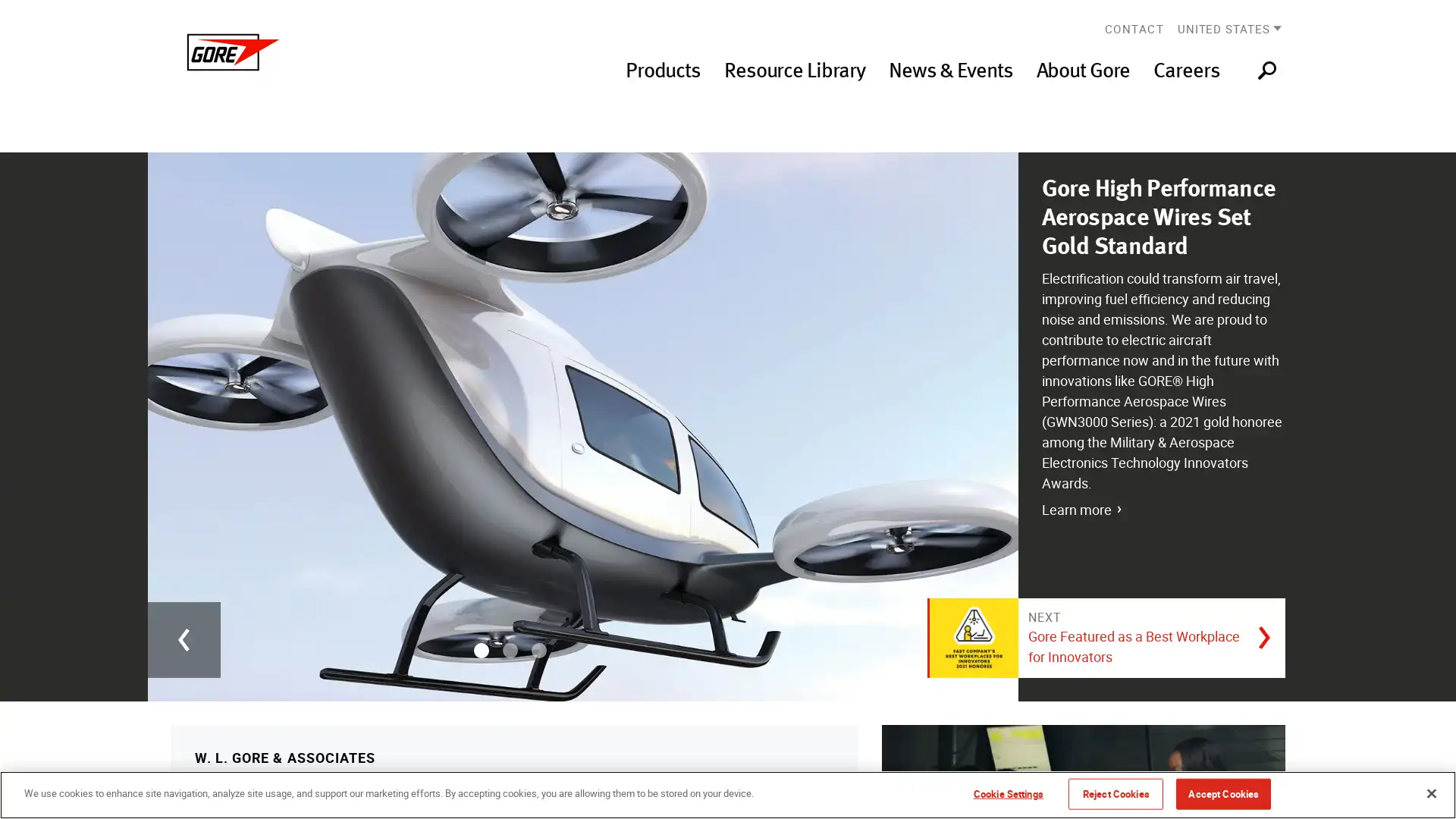 This screenshot has height=819, width=1456. I want to click on Close, so click(1430, 792).